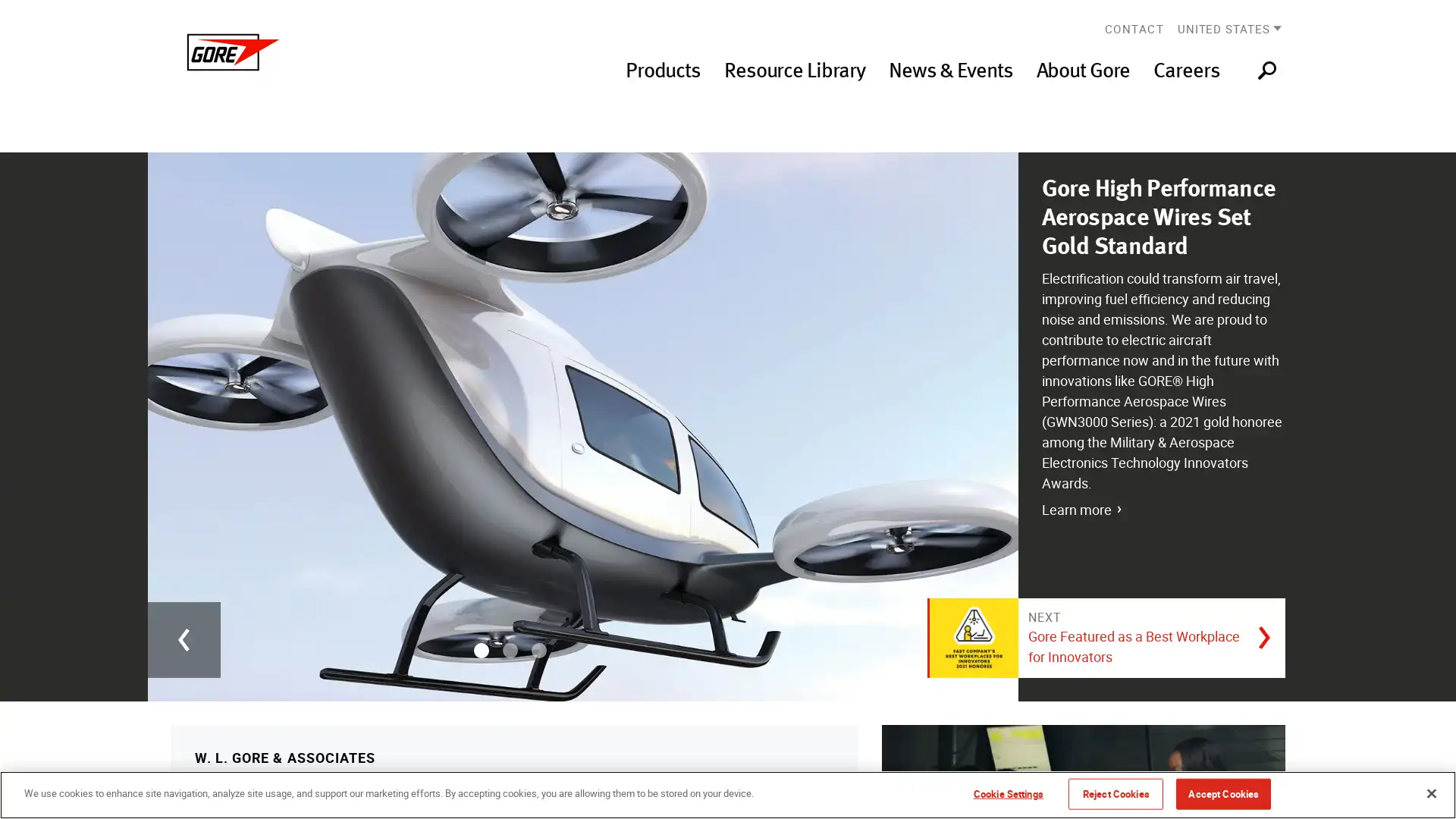 This screenshot has height=819, width=1456. I want to click on Close, so click(1430, 792).